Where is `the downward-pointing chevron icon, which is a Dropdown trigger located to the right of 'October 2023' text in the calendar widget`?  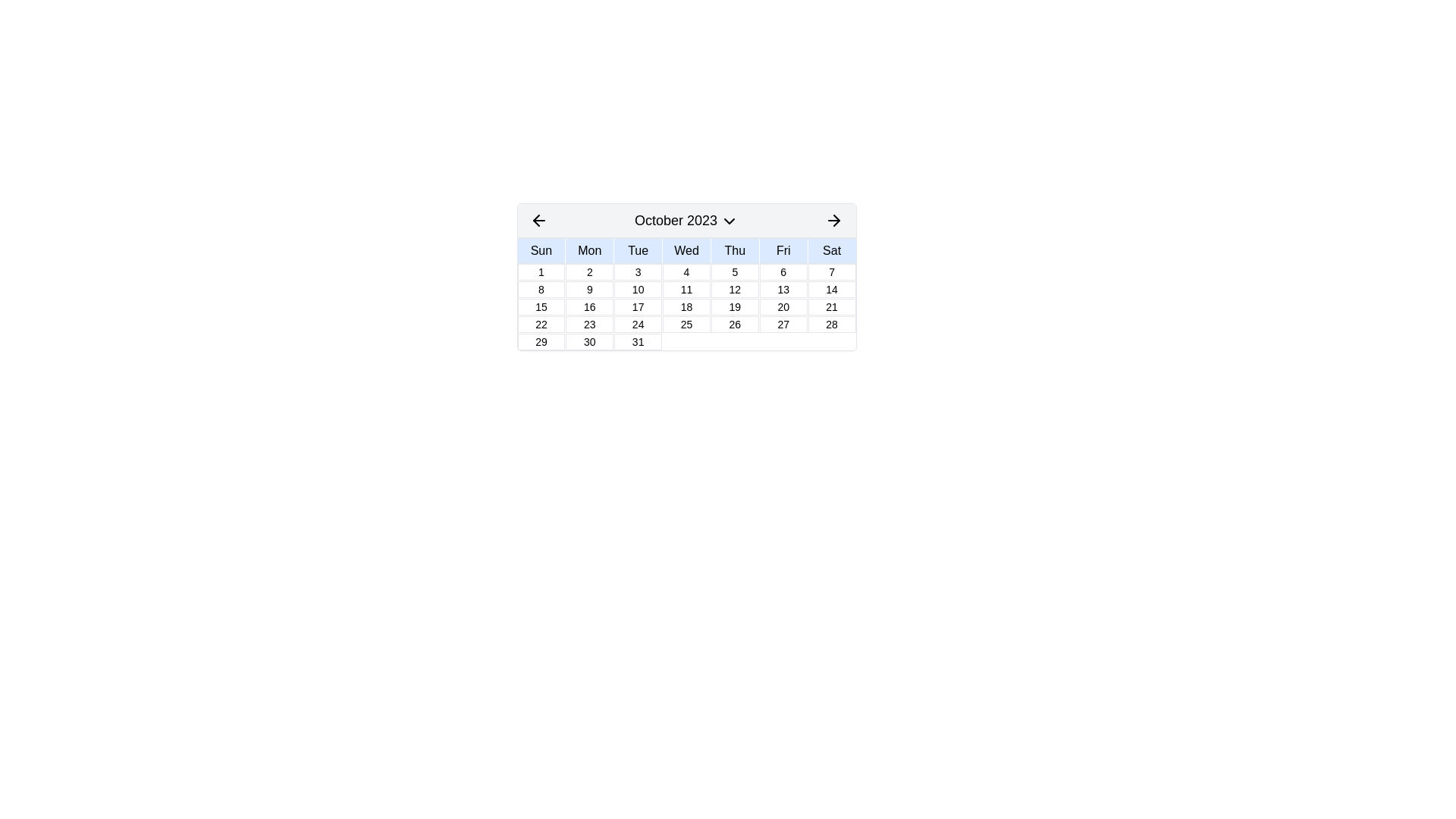 the downward-pointing chevron icon, which is a Dropdown trigger located to the right of 'October 2023' text in the calendar widget is located at coordinates (730, 221).